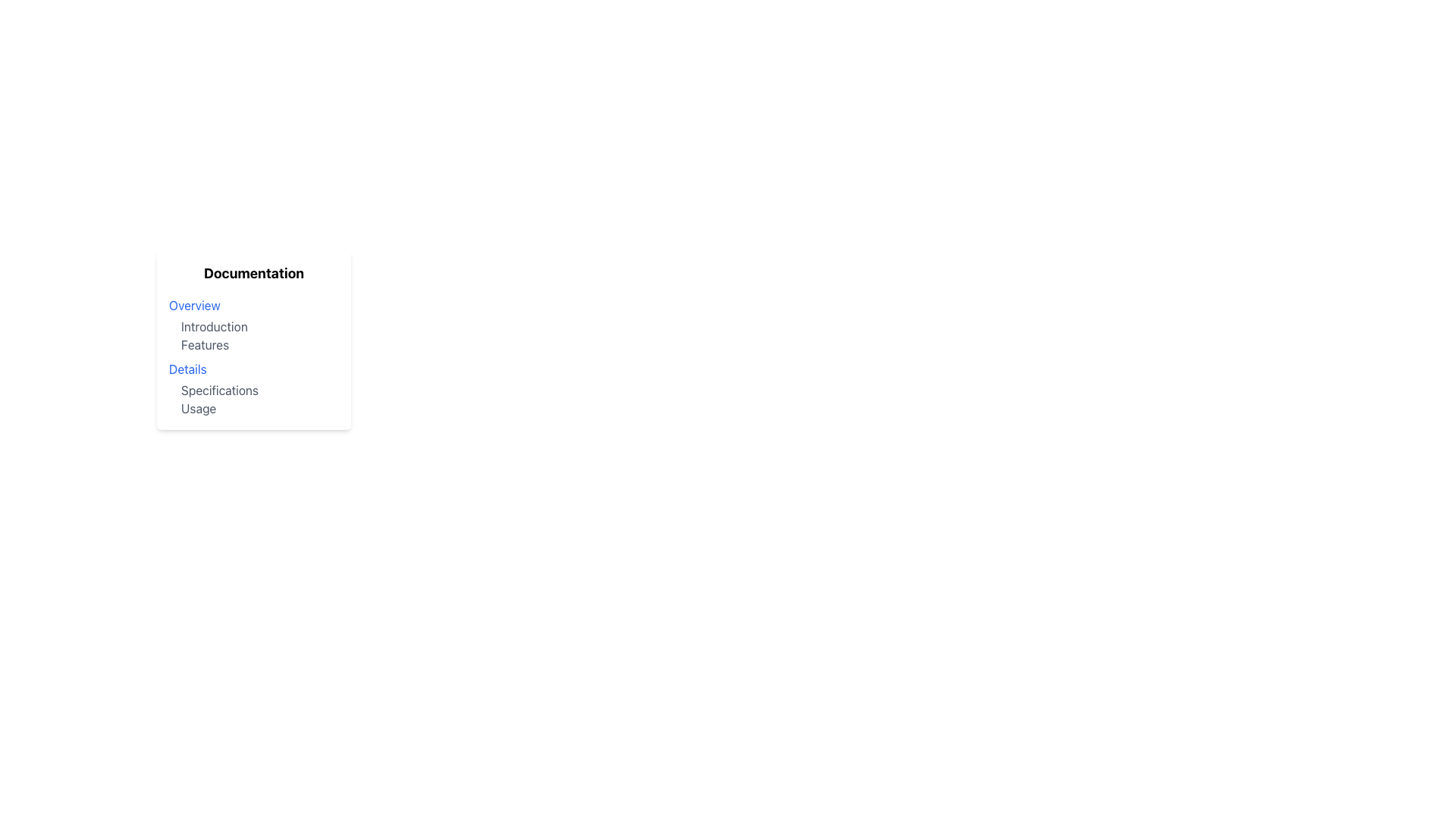  Describe the element at coordinates (193, 305) in the screenshot. I see `the blue-colored, underlined text hyperlink reading 'Overview' in the navigation menu to indicate interaction` at that location.